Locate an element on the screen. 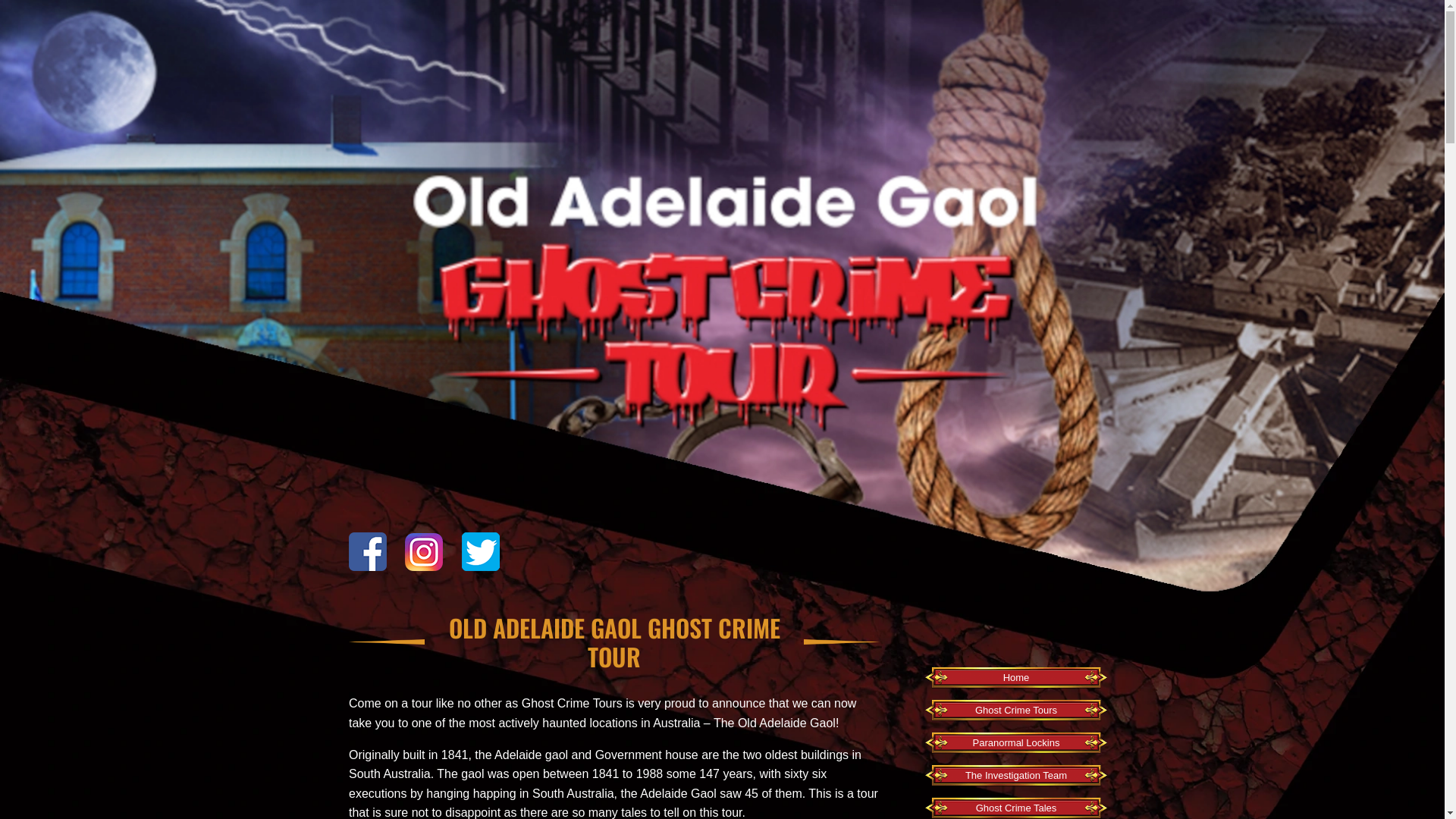  'Ghost Crime Tours' is located at coordinates (1015, 711).